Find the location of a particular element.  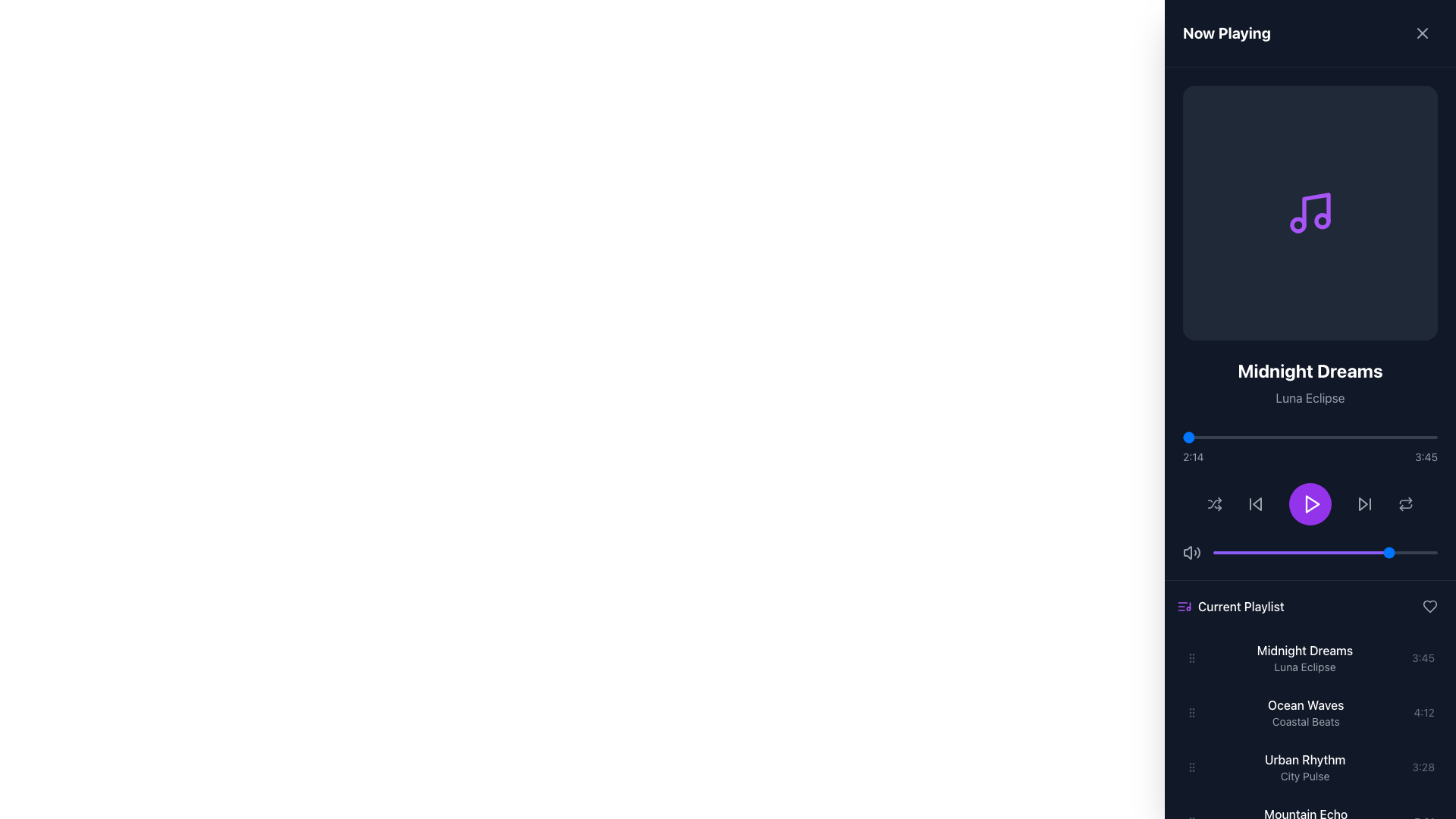

the slider is located at coordinates (1327, 553).